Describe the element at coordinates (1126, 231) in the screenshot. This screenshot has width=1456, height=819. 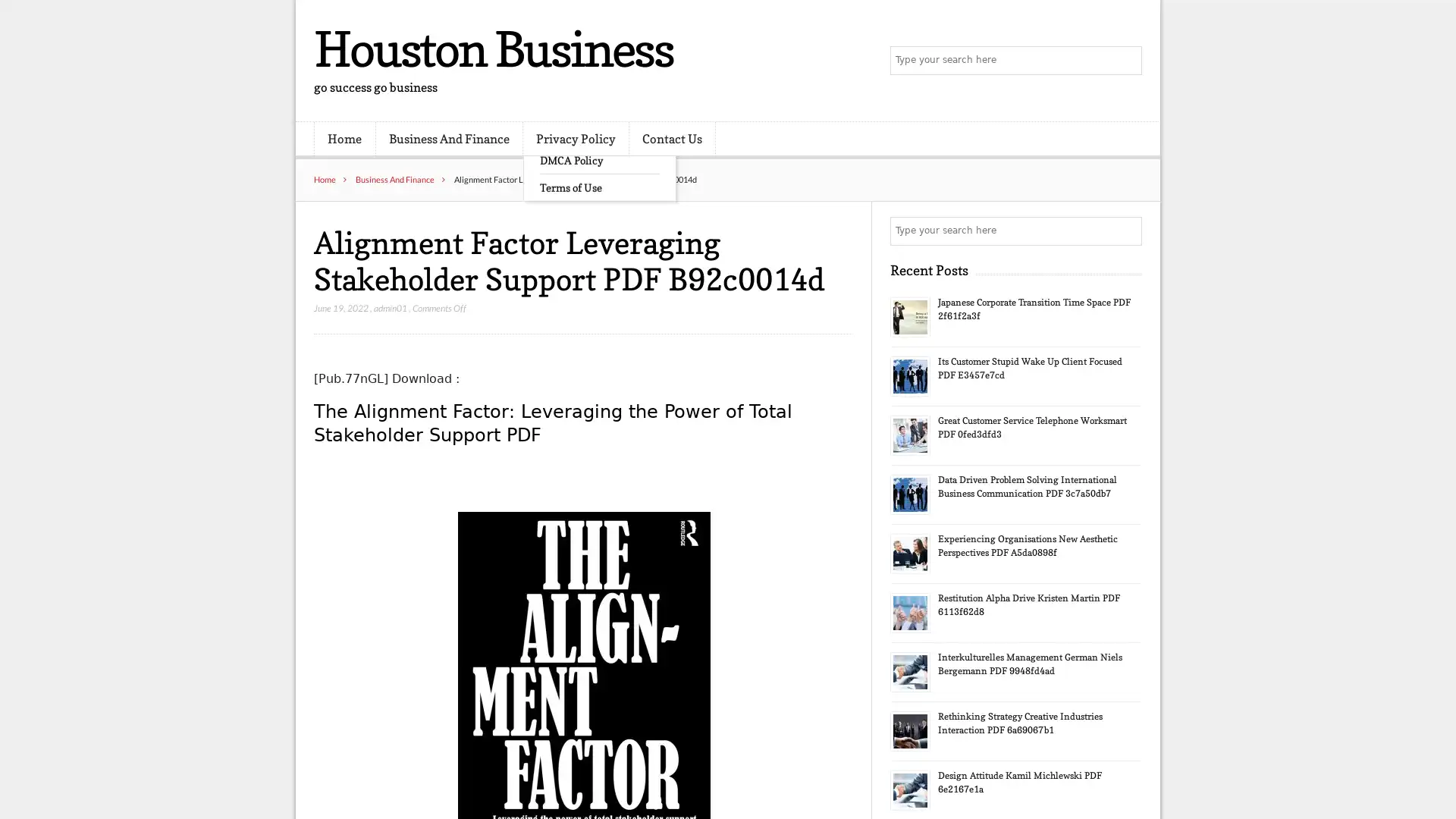
I see `Search` at that location.